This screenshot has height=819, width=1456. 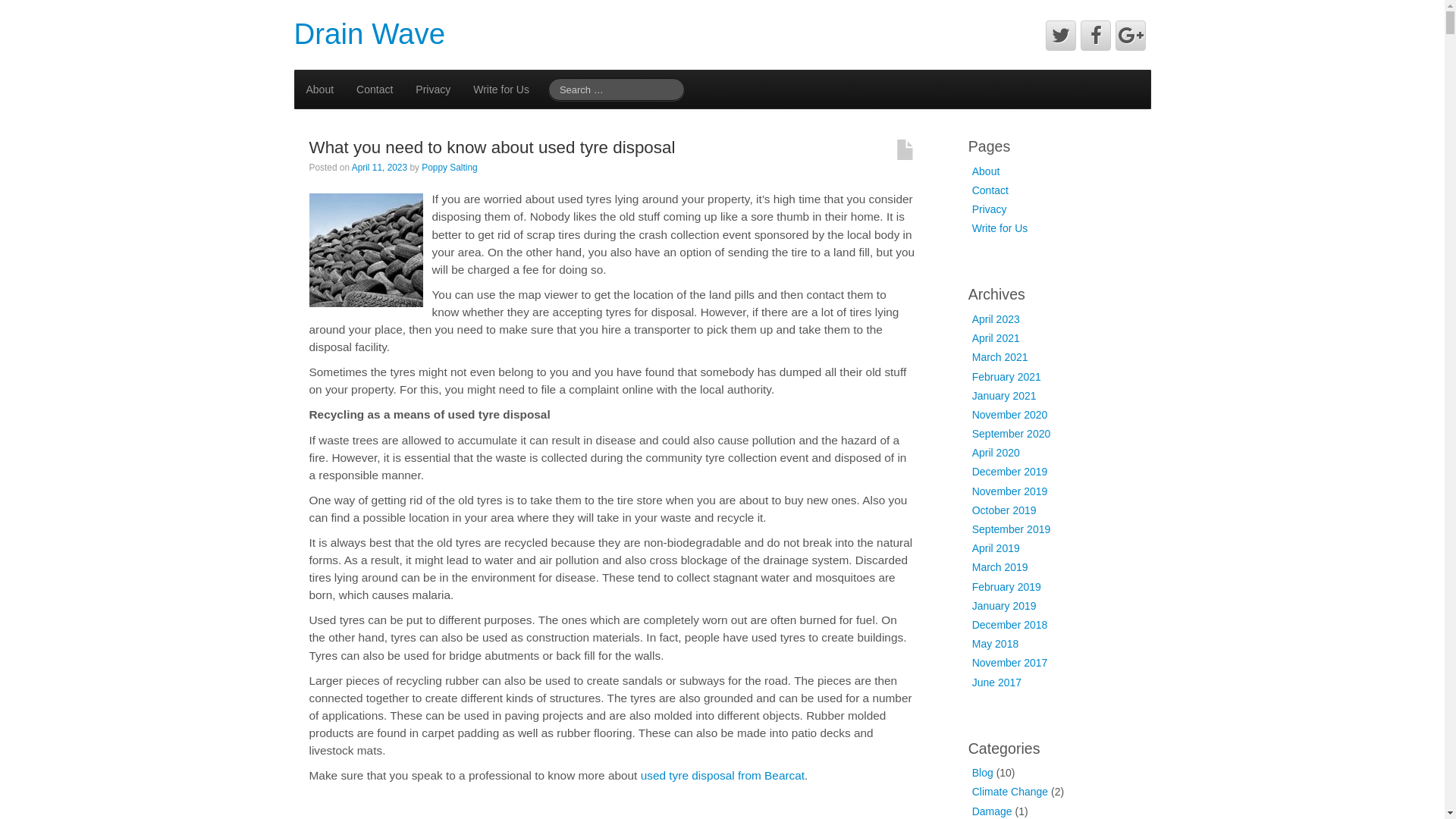 What do you see at coordinates (1000, 567) in the screenshot?
I see `'March 2019'` at bounding box center [1000, 567].